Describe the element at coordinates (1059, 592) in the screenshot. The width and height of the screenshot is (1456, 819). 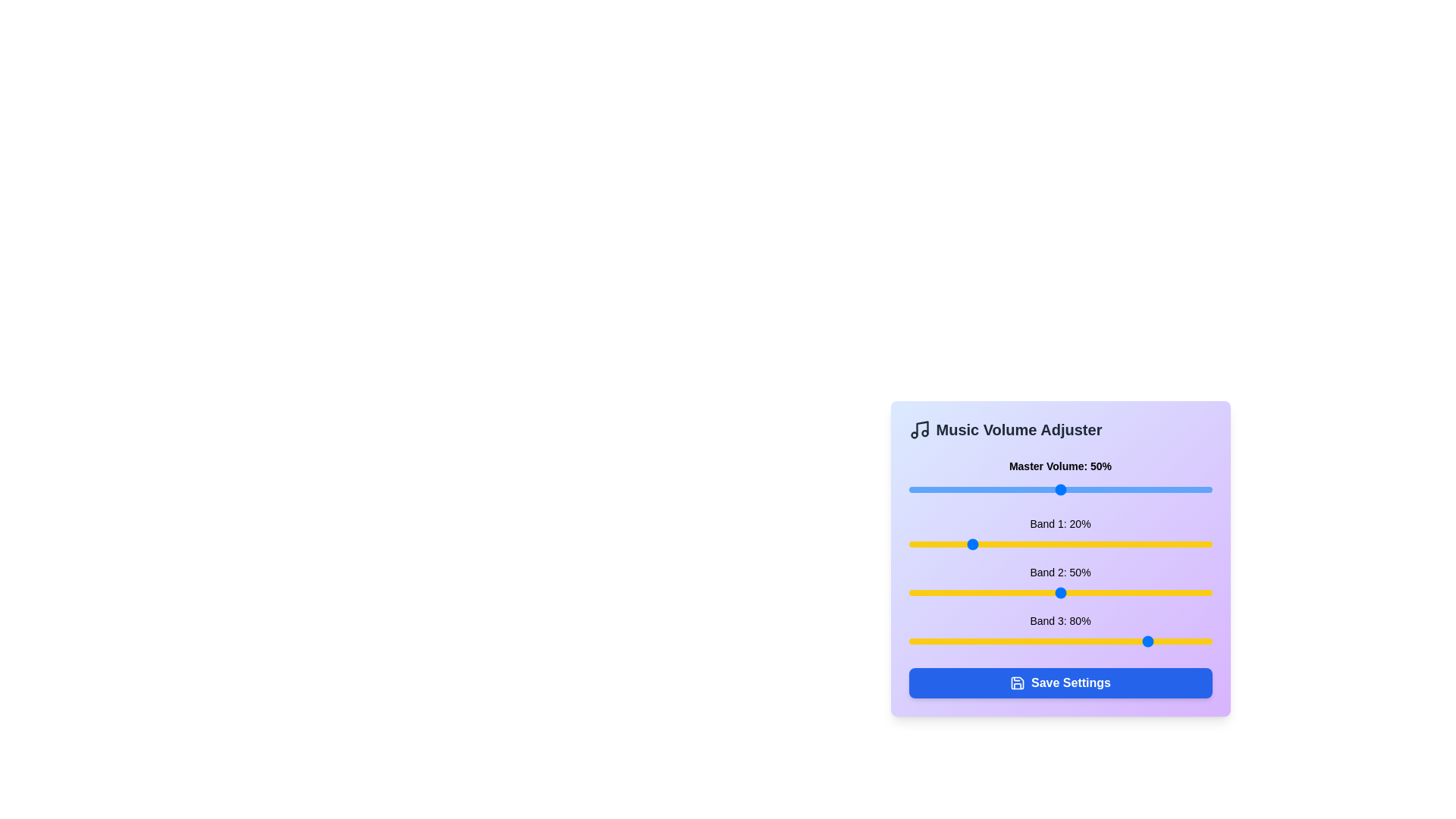
I see `the 'Band 2' slider` at that location.